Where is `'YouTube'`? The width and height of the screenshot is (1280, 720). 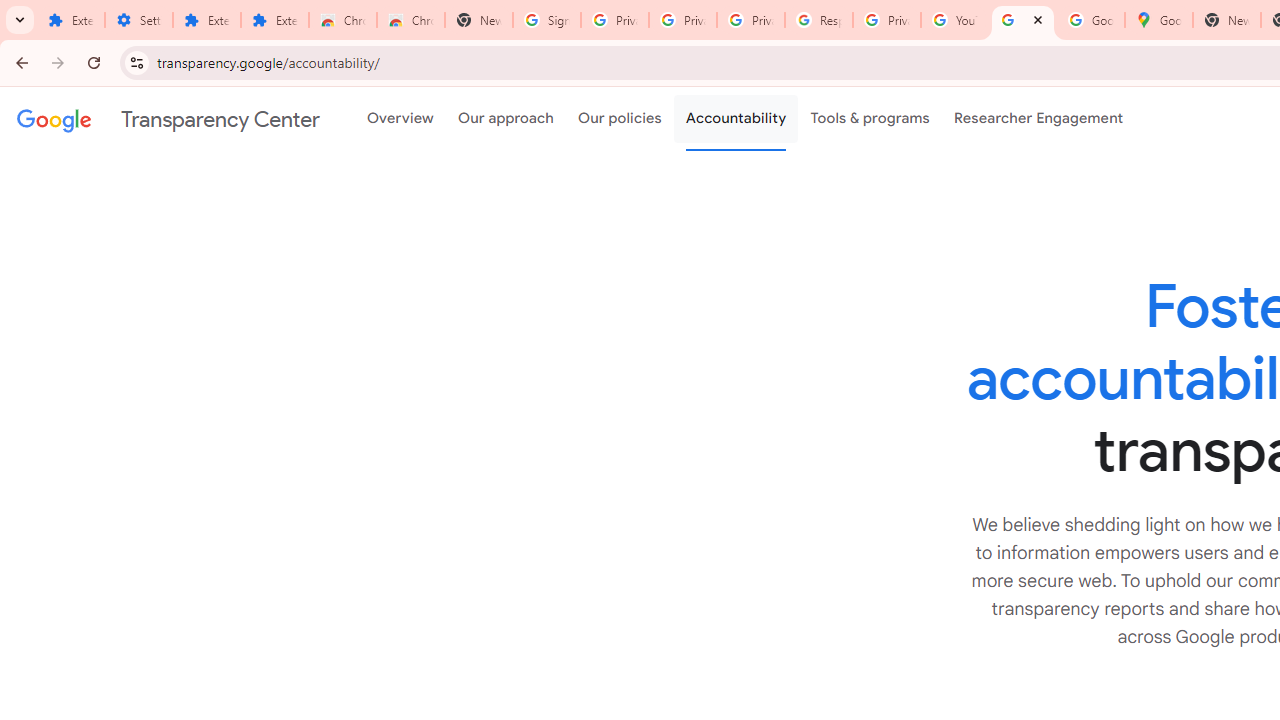
'YouTube' is located at coordinates (953, 20).